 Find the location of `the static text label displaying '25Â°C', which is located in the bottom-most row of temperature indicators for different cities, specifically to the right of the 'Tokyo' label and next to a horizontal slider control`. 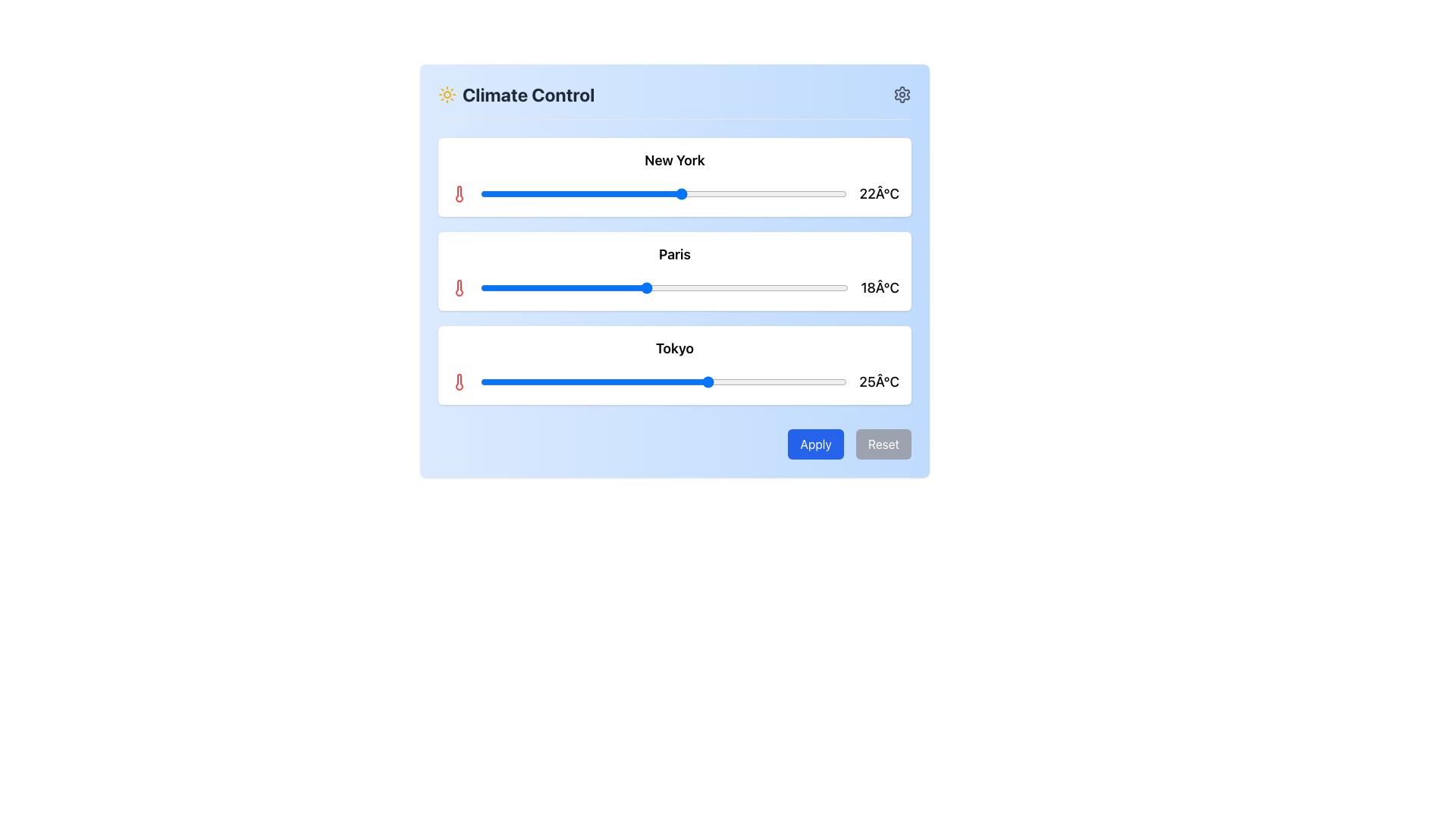

the static text label displaying '25Â°C', which is located in the bottom-most row of temperature indicators for different cities, specifically to the right of the 'Tokyo' label and next to a horizontal slider control is located at coordinates (879, 381).